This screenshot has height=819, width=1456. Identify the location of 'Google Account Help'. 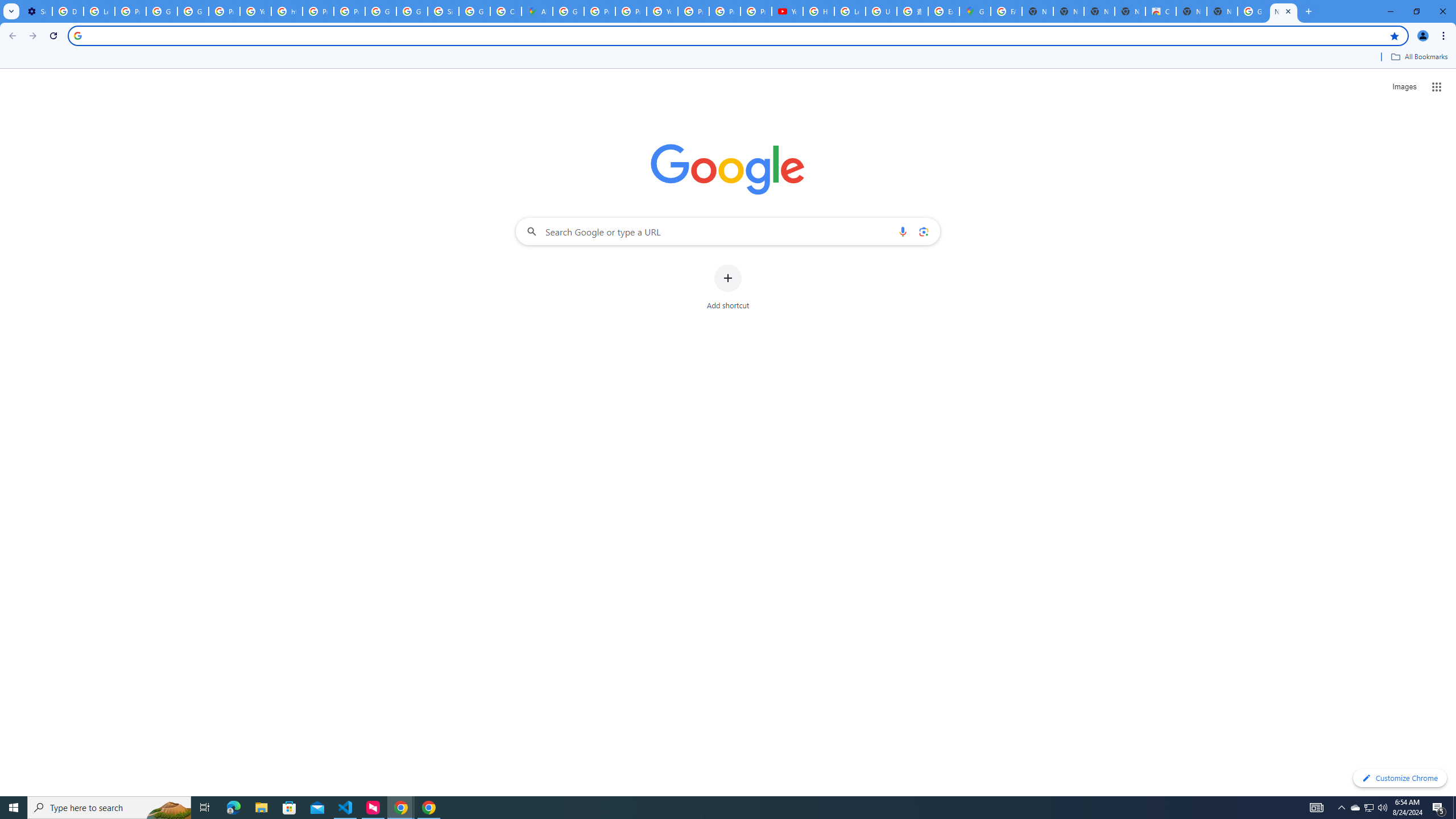
(162, 11).